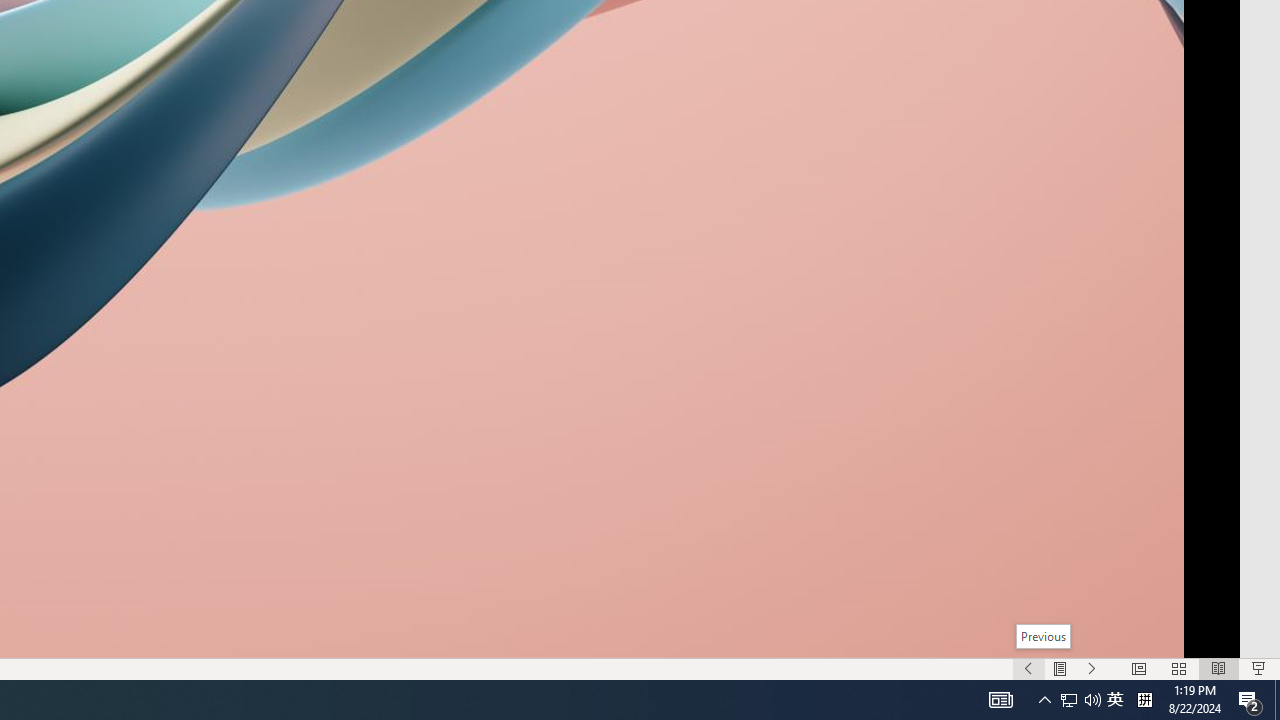  Describe the element at coordinates (1028, 669) in the screenshot. I see `'Slide Show Previous On'` at that location.